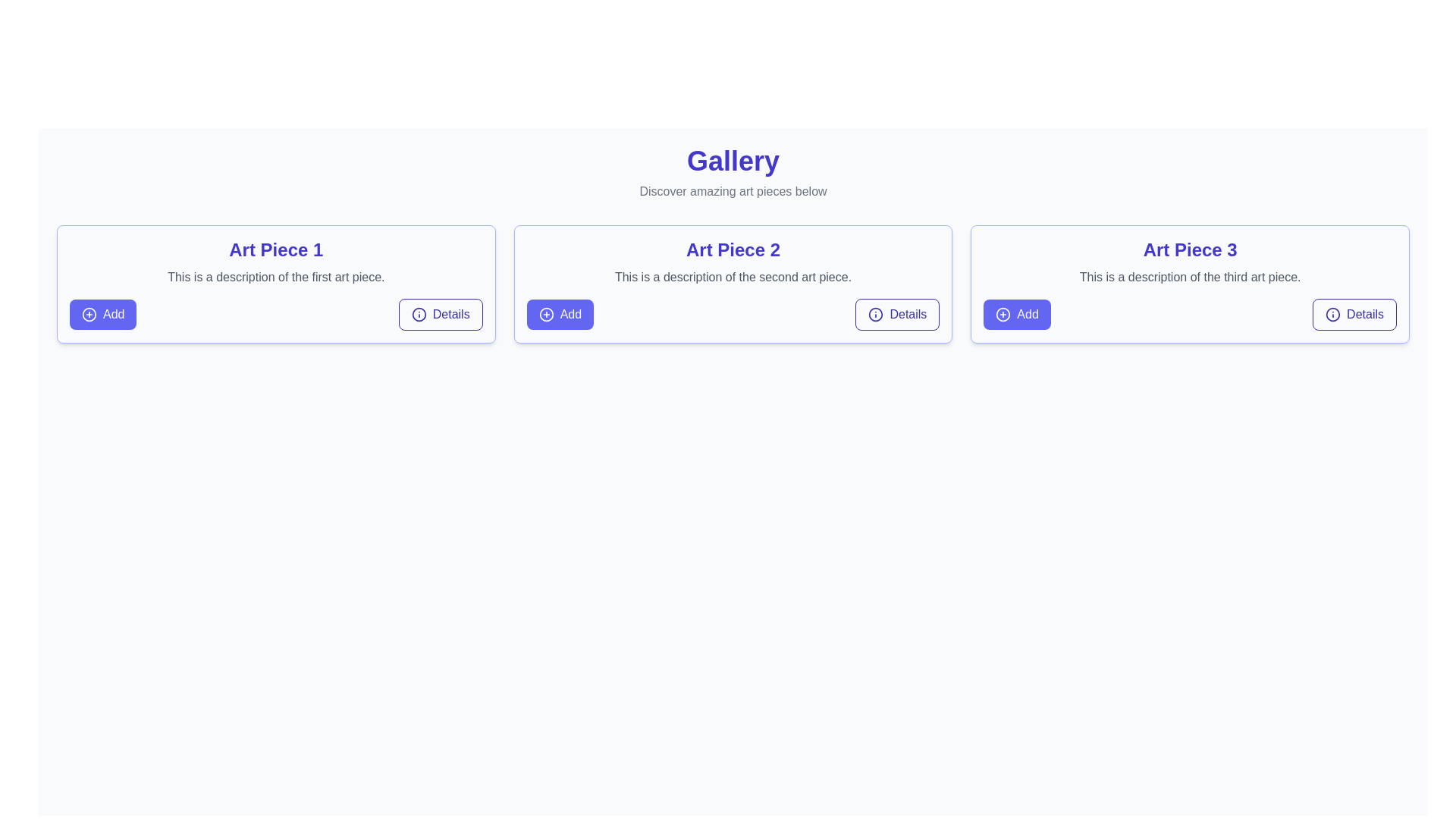  Describe the element at coordinates (1189, 278) in the screenshot. I see `the text label that reads 'This is a description of the third art piece.' located below the title 'Art Piece 3'` at that location.